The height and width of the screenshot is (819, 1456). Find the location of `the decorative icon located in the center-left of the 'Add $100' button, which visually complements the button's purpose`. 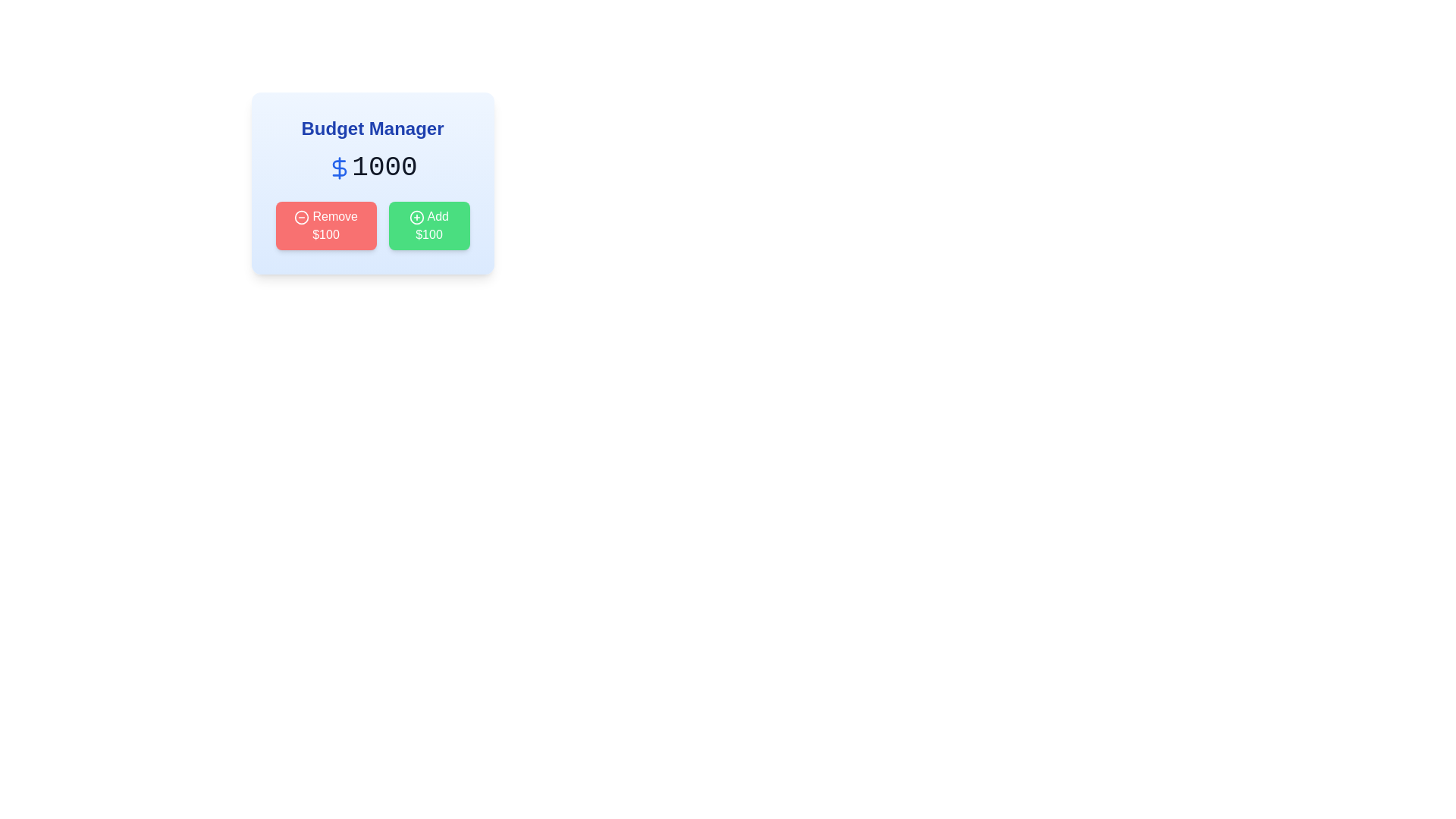

the decorative icon located in the center-left of the 'Add $100' button, which visually complements the button's purpose is located at coordinates (416, 217).